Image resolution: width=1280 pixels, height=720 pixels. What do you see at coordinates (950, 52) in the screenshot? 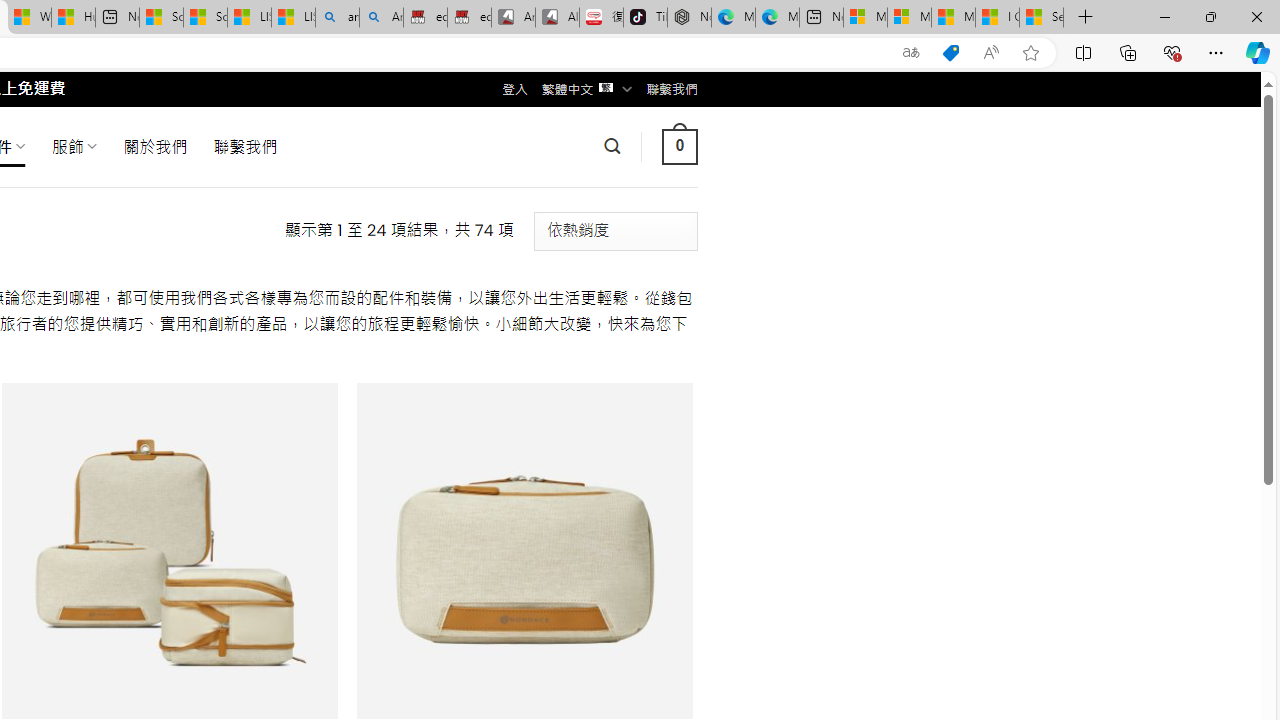
I see `'This site has coupons! Shopping in Microsoft Edge'` at bounding box center [950, 52].